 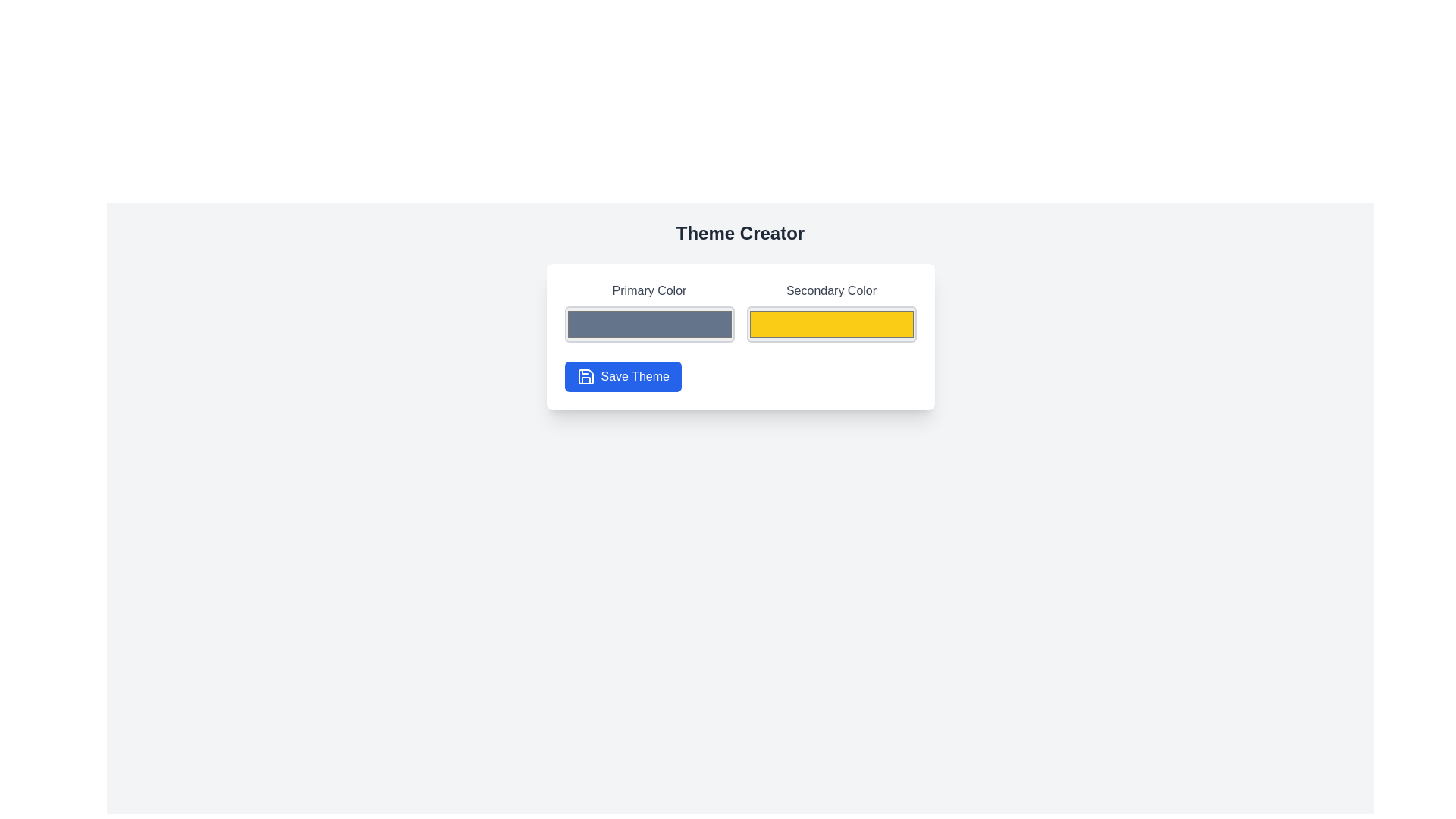 I want to click on the 'Save Theme' button, which contains a floppy disk icon, to trigger a save action, so click(x=585, y=376).